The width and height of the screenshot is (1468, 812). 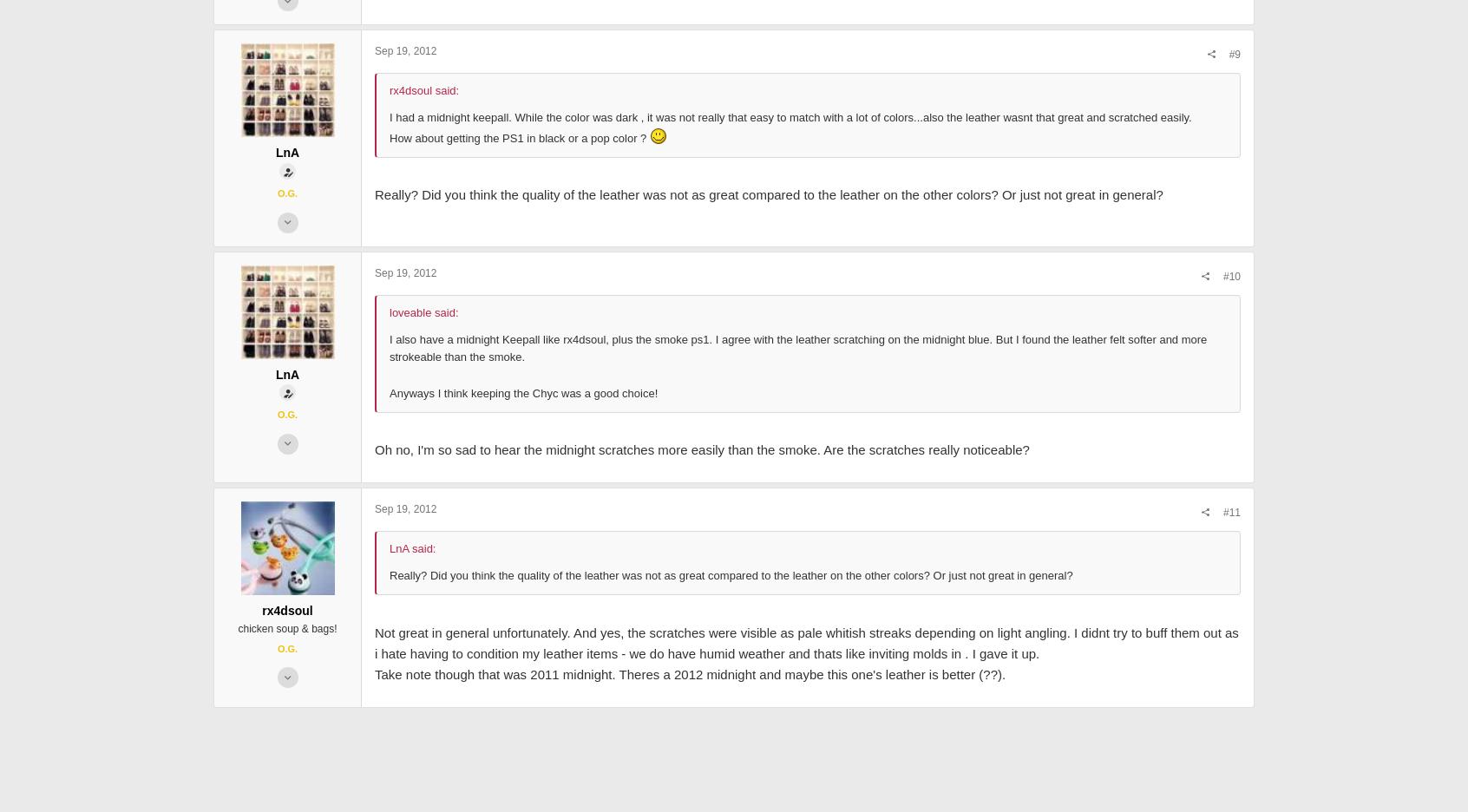 I want to click on 'rx4dsoul said:', so click(x=423, y=213).